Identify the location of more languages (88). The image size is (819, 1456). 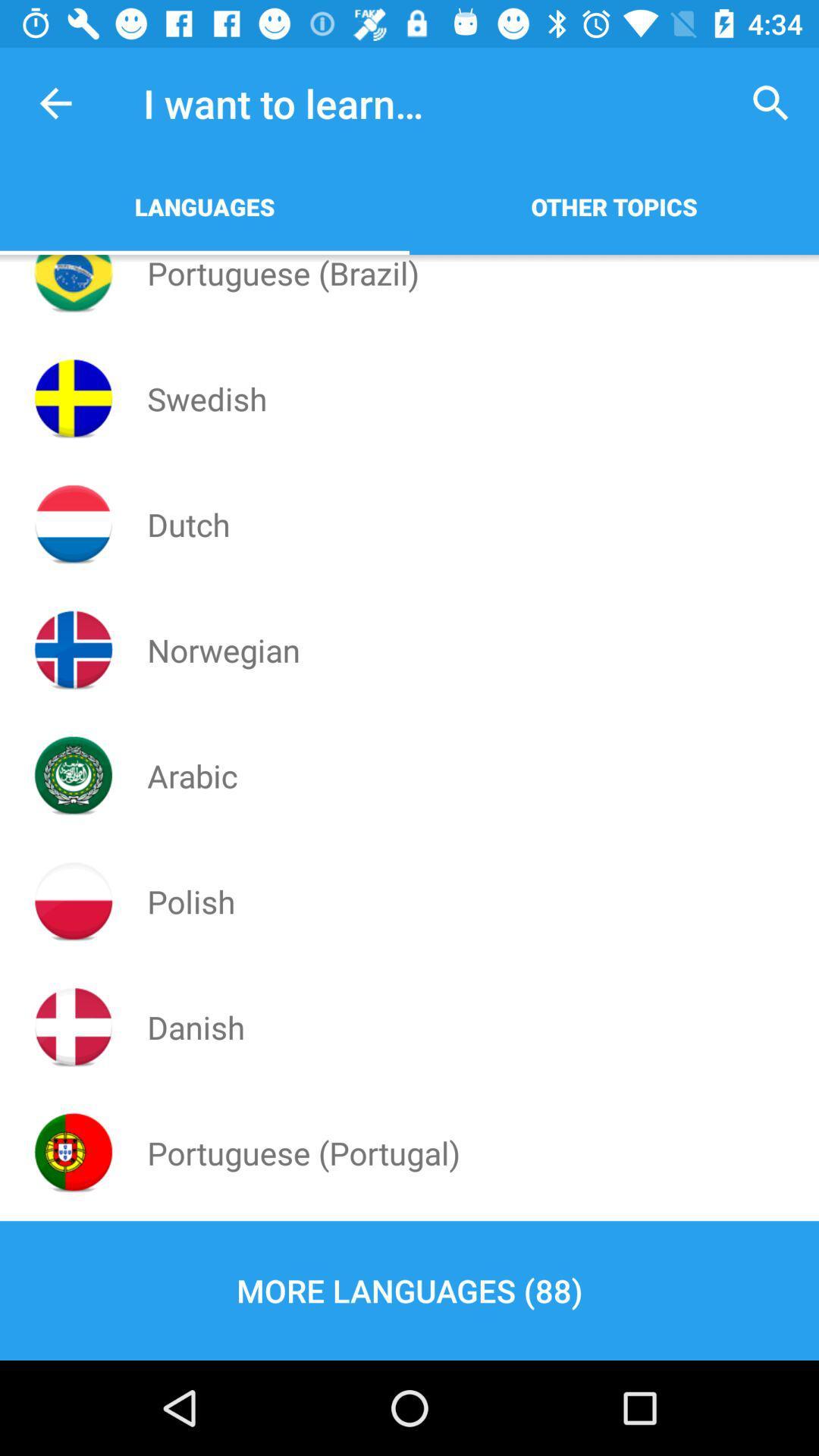
(409, 1290).